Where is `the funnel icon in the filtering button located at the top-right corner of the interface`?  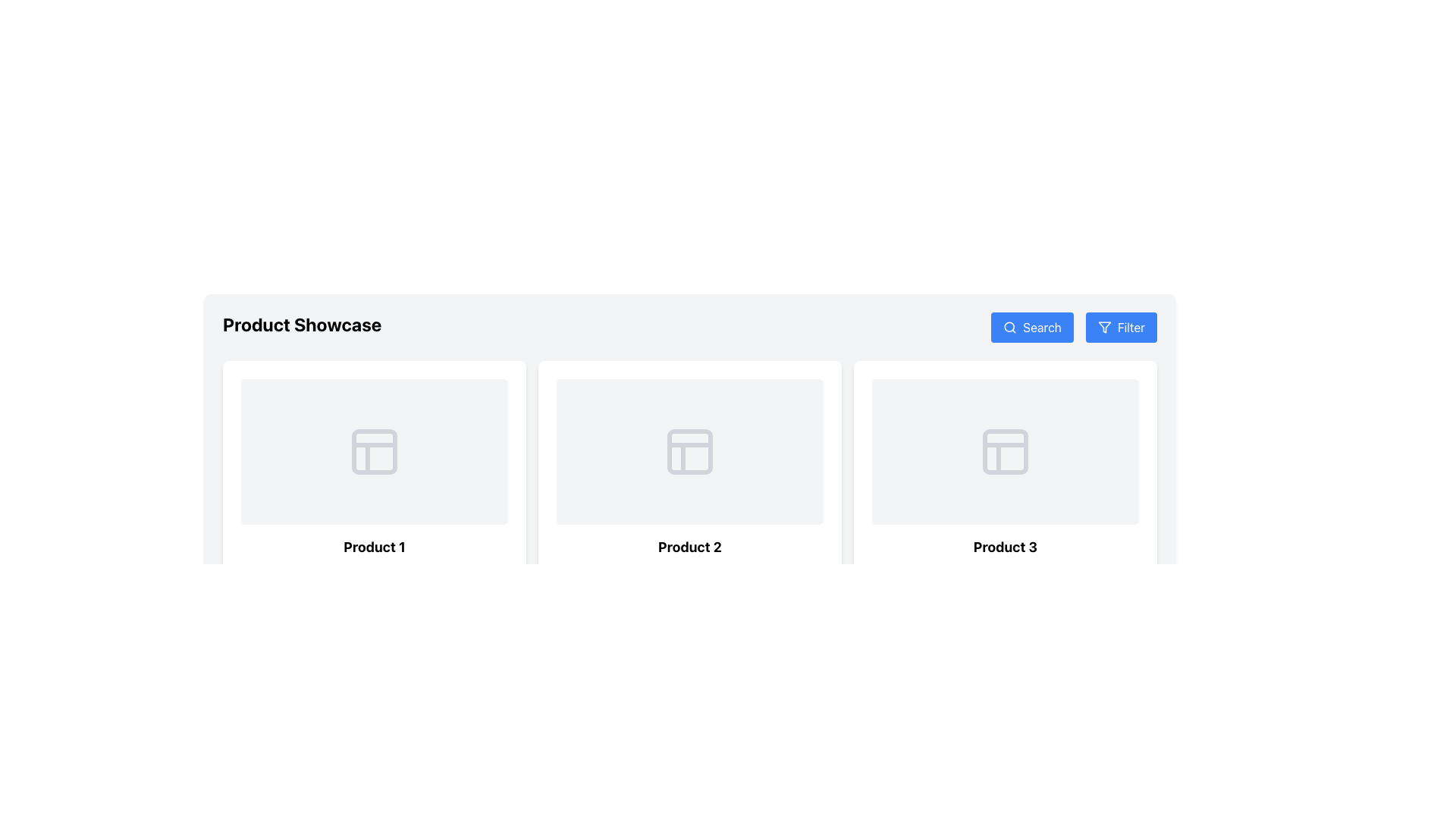 the funnel icon in the filtering button located at the top-right corner of the interface is located at coordinates (1104, 327).